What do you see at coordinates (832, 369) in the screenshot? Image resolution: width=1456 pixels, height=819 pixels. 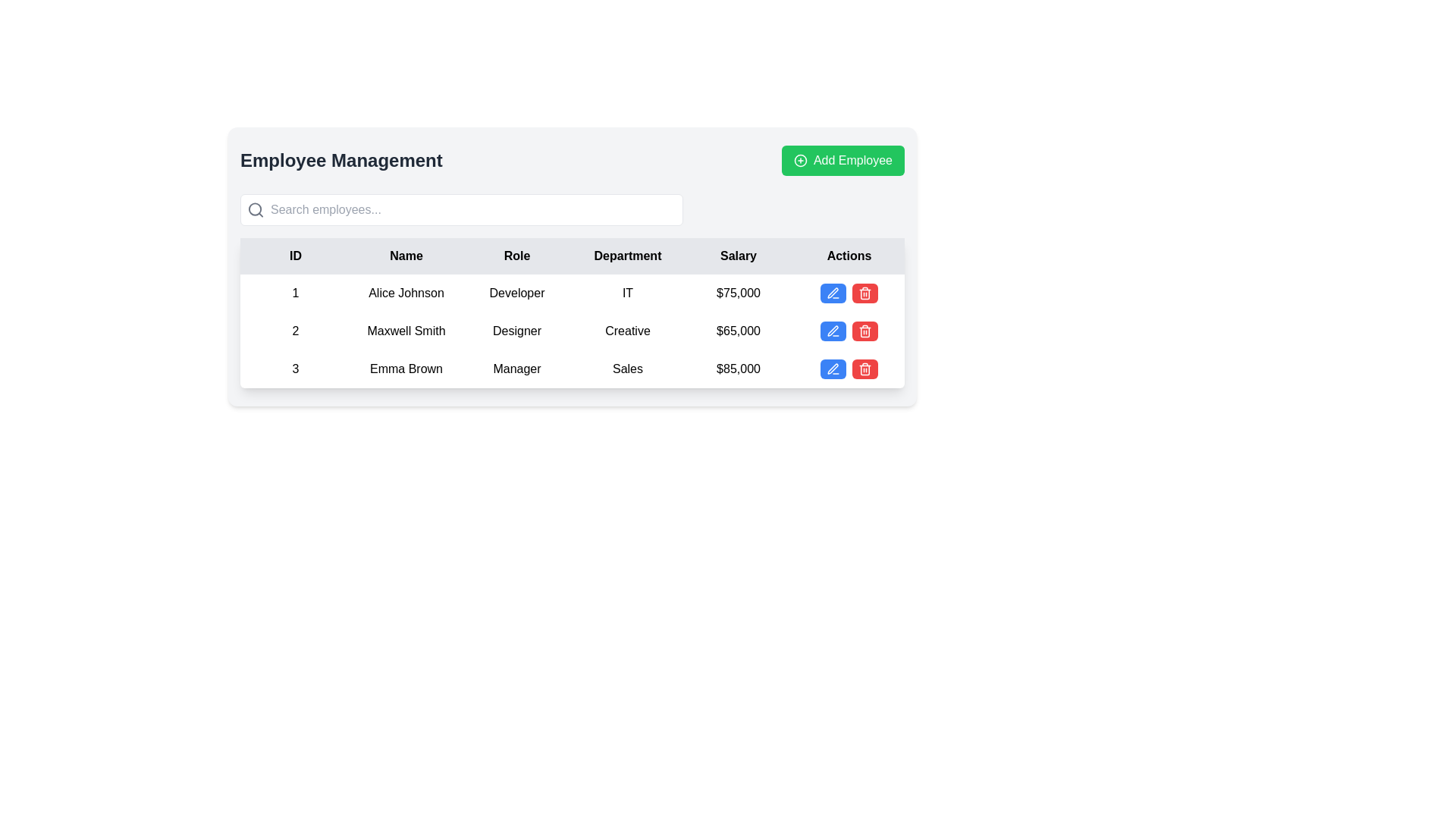 I see `the edit icon in the 'Actions' column of the third row in the employee management table to invoke editing` at bounding box center [832, 369].